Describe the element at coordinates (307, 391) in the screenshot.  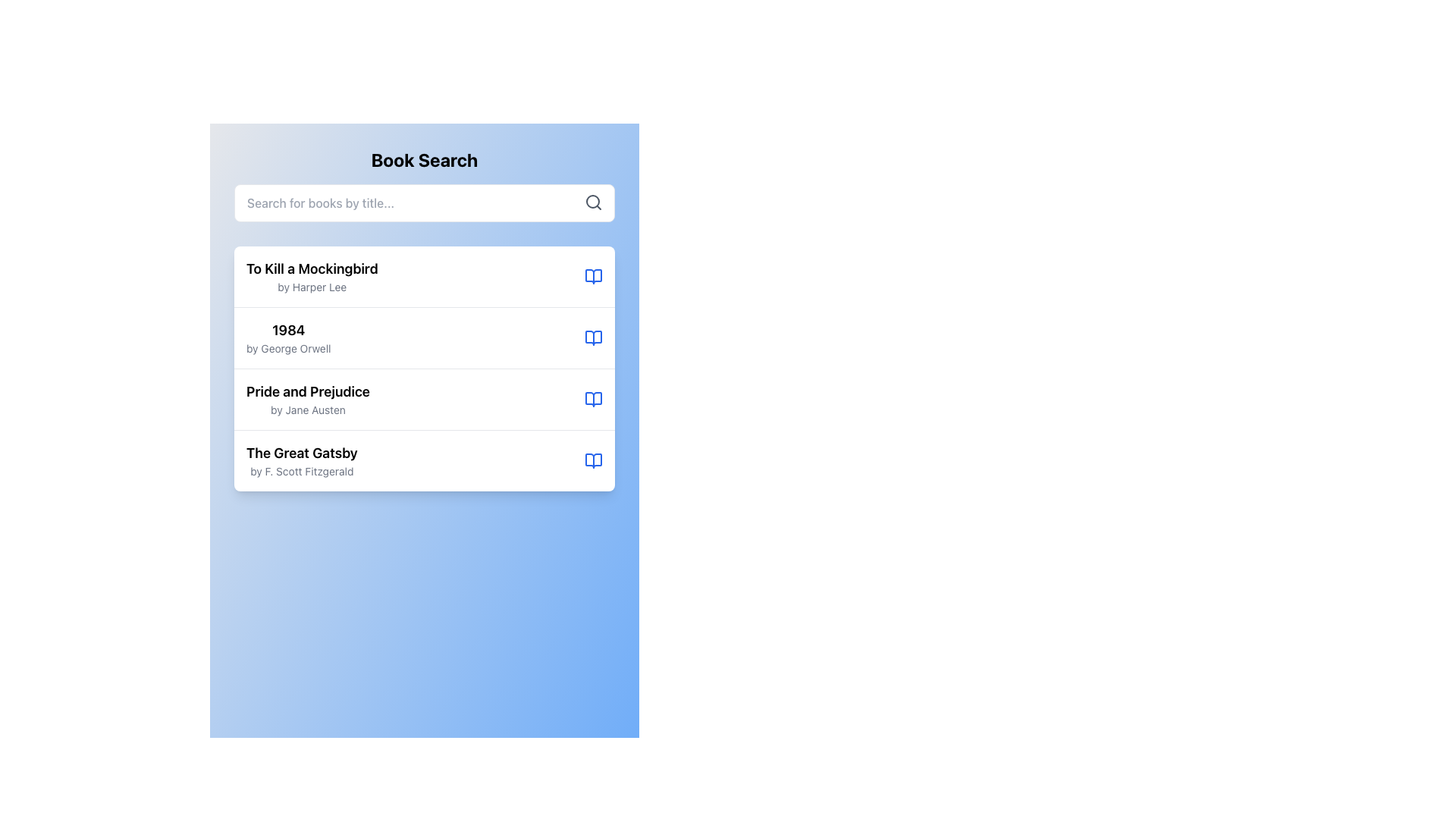
I see `the header text of the book entry which specifies the title, located in the third book entry's list` at that location.